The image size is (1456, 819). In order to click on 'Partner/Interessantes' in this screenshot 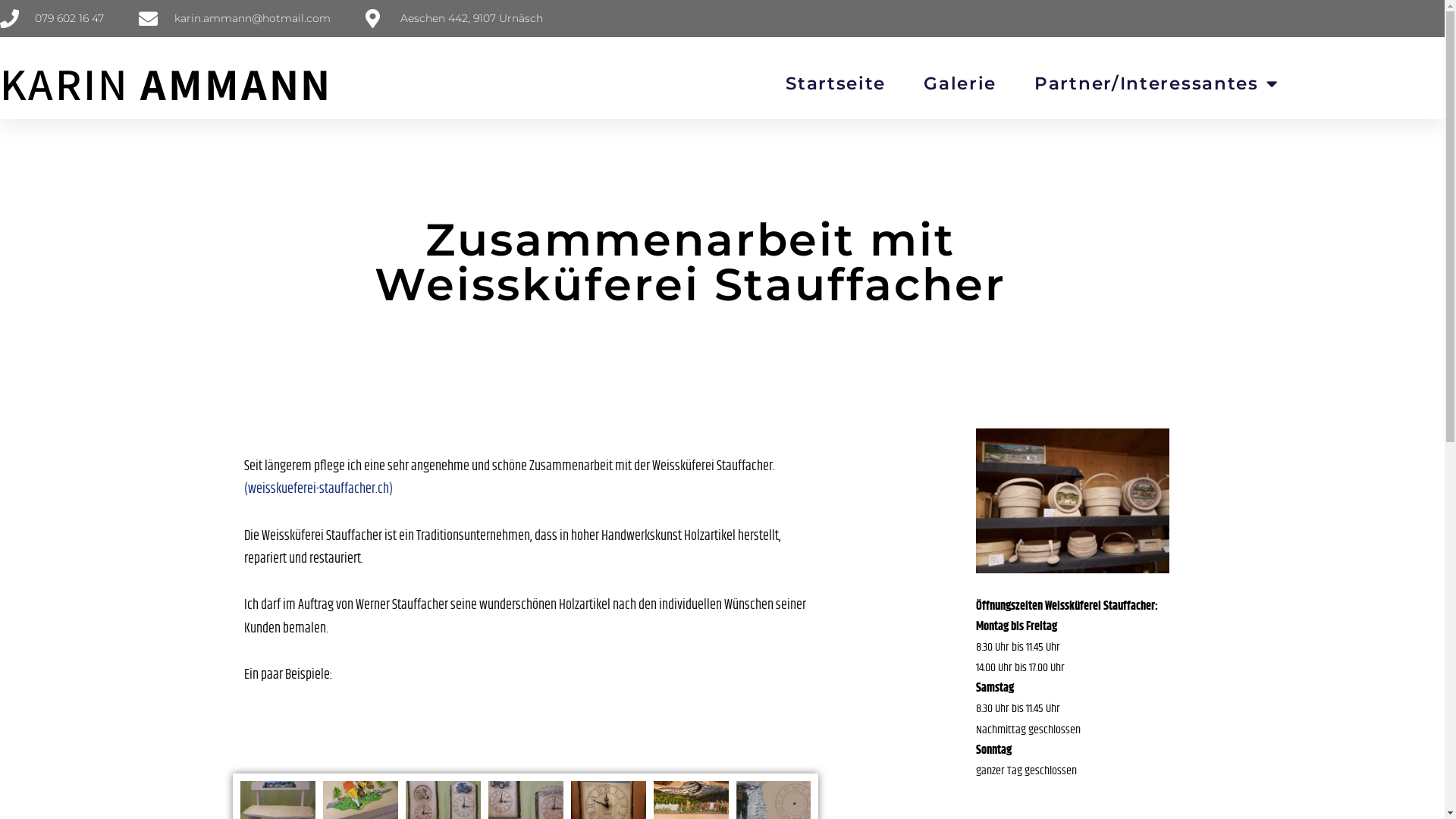, I will do `click(1155, 83)`.